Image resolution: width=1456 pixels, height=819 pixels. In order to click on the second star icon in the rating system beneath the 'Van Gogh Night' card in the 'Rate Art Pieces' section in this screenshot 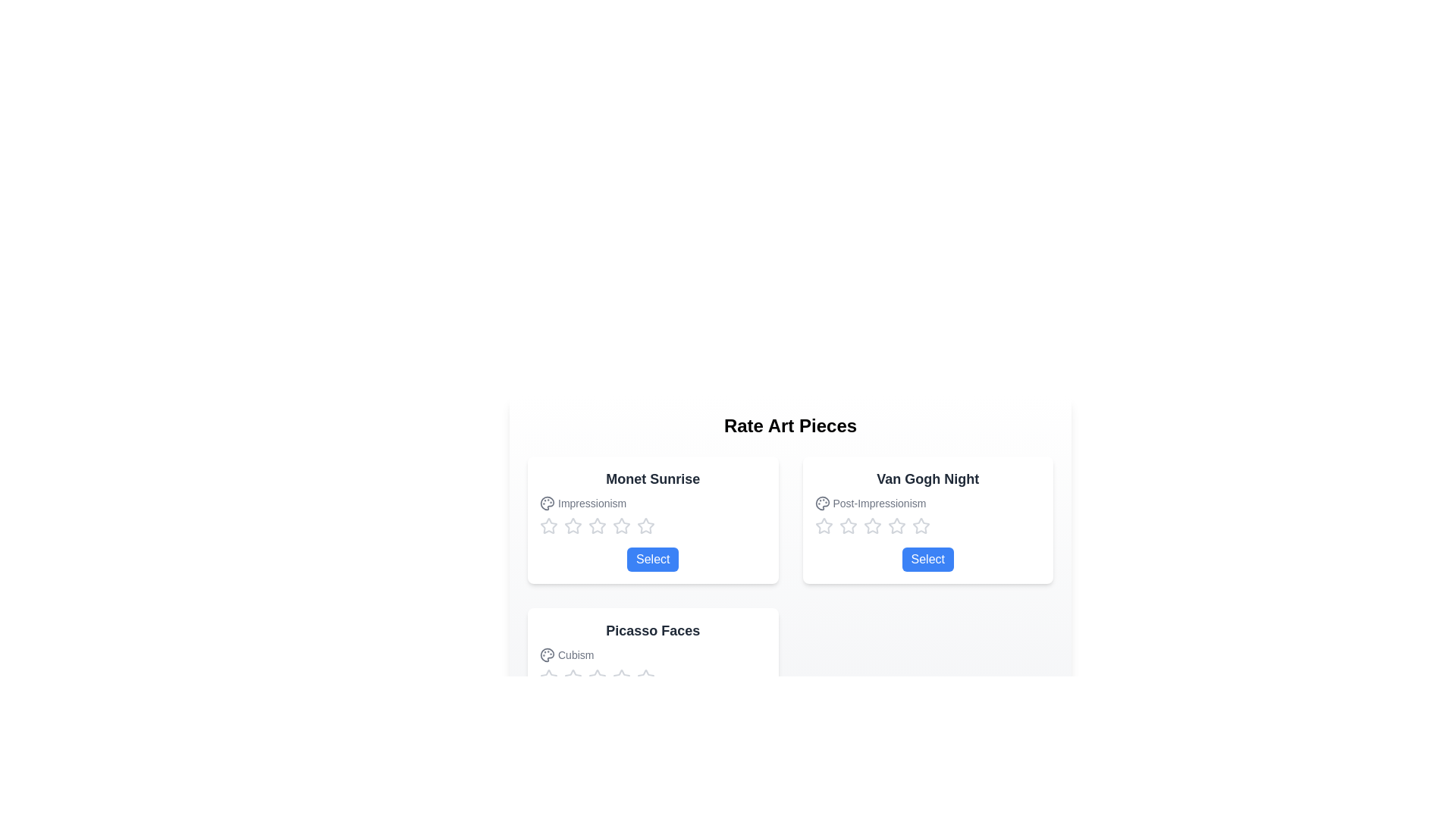, I will do `click(872, 525)`.